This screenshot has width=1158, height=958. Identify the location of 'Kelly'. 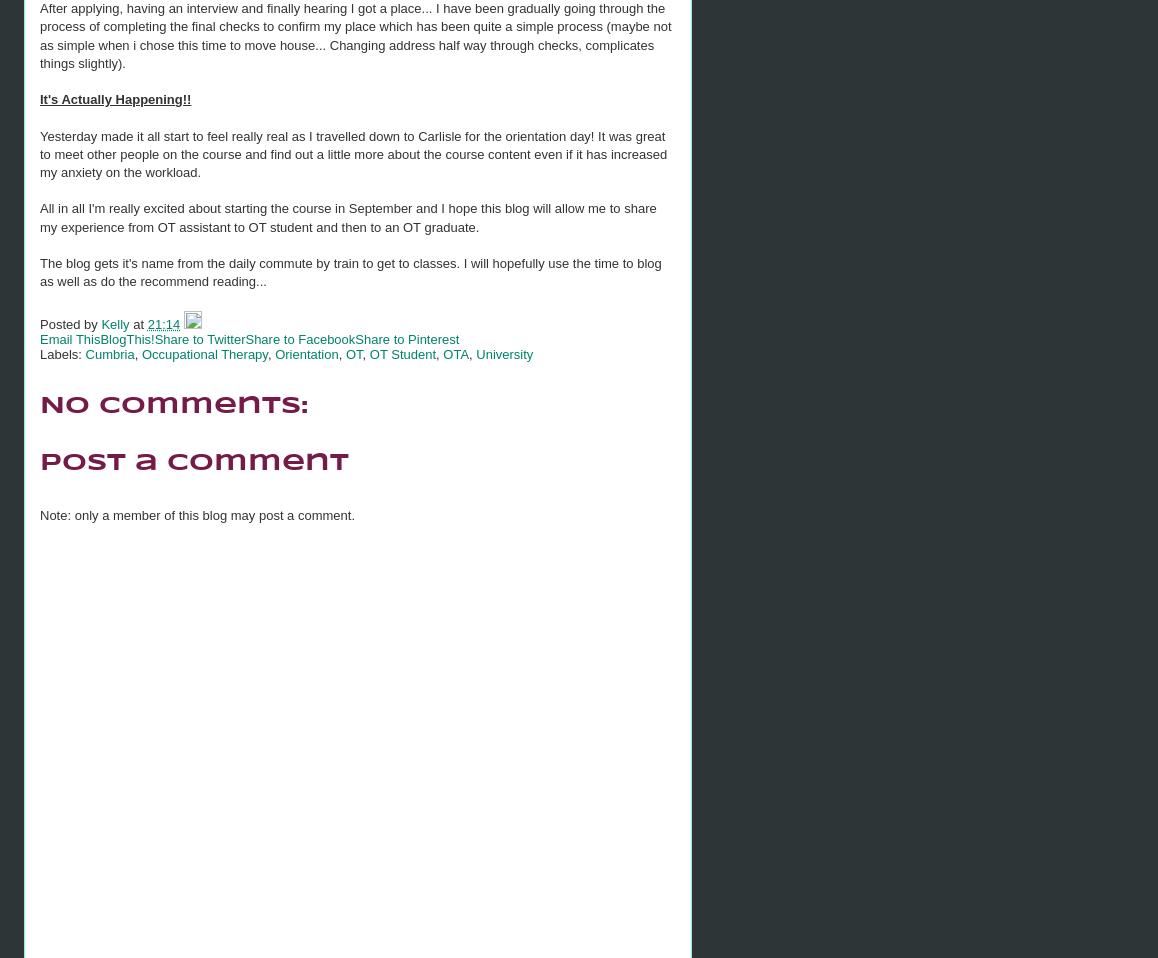
(100, 322).